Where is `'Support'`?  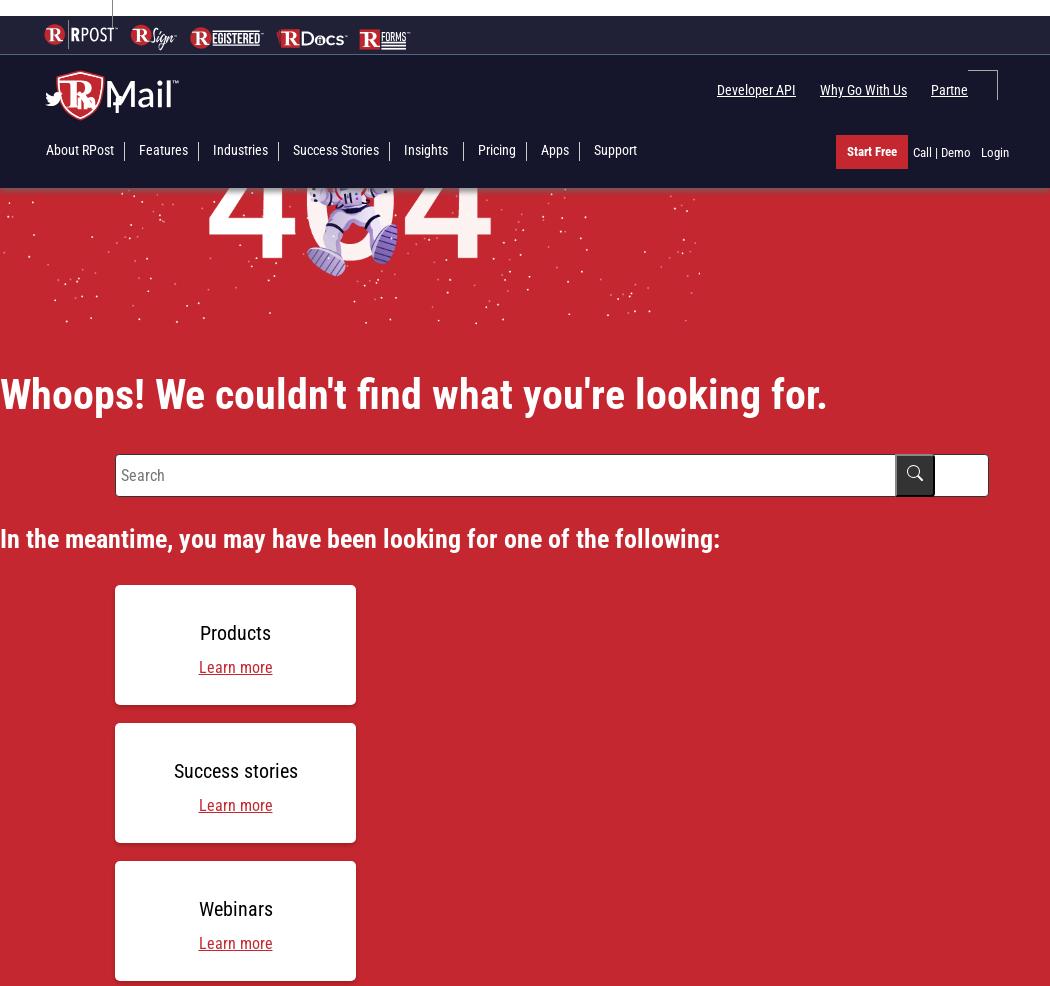 'Support' is located at coordinates (615, 149).